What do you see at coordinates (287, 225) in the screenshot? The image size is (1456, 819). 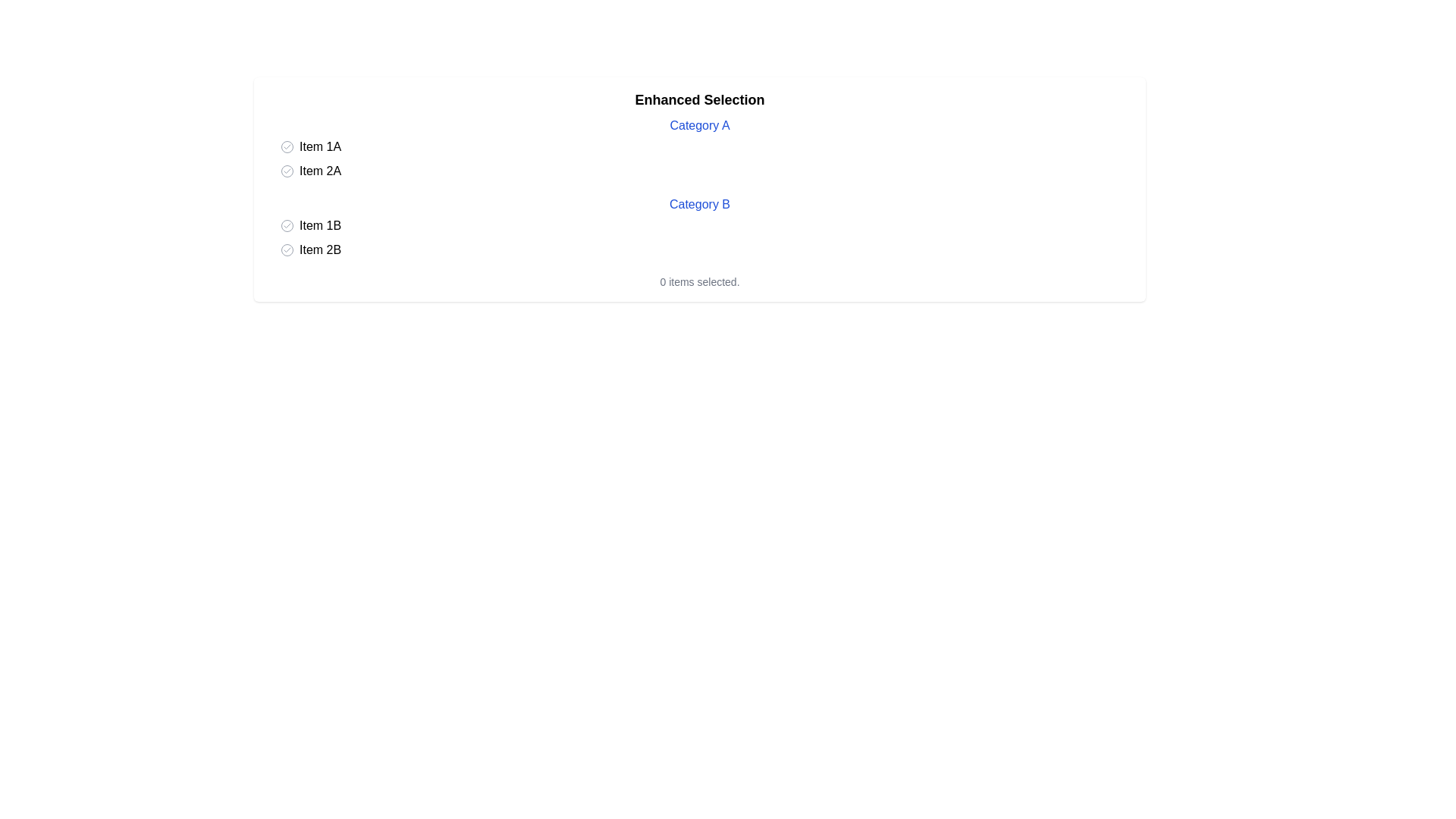 I see `the check icon indicating the selection state of the radio button for 'Item 1B'` at bounding box center [287, 225].